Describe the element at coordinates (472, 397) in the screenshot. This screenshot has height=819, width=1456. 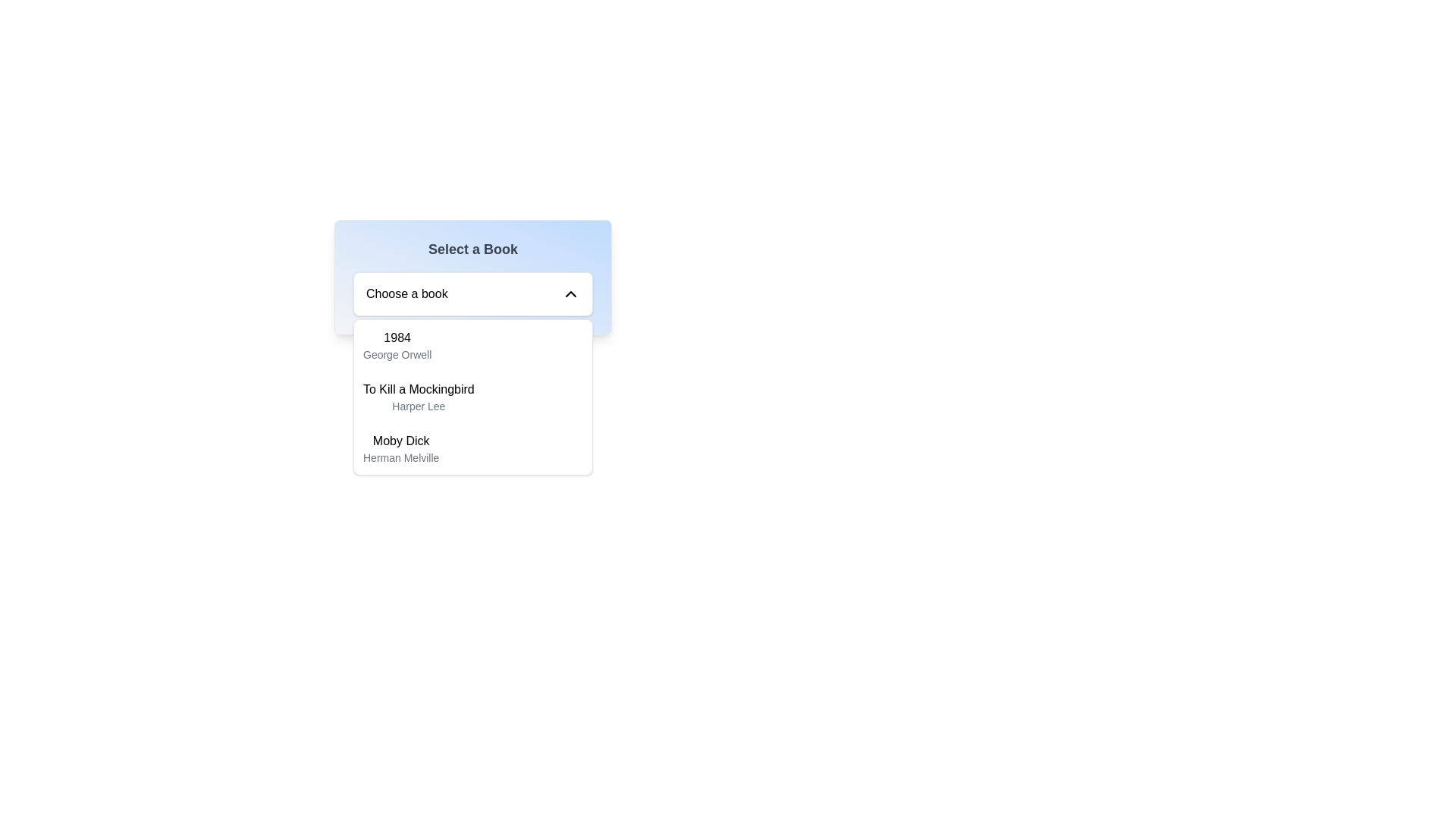
I see `the selectable list item displaying 'To Kill a Mockingbird' by Harper Lee` at that location.